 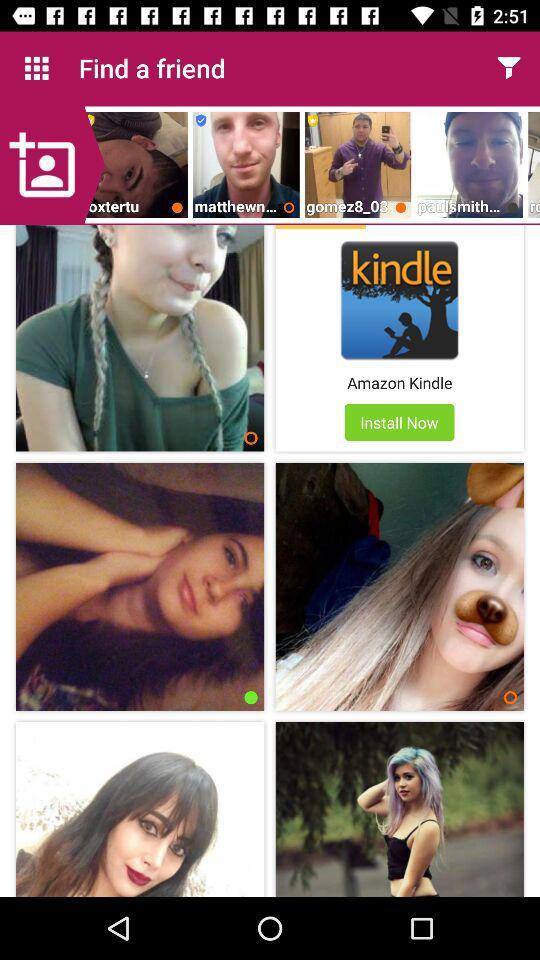 What do you see at coordinates (399, 381) in the screenshot?
I see `app above the install now icon` at bounding box center [399, 381].